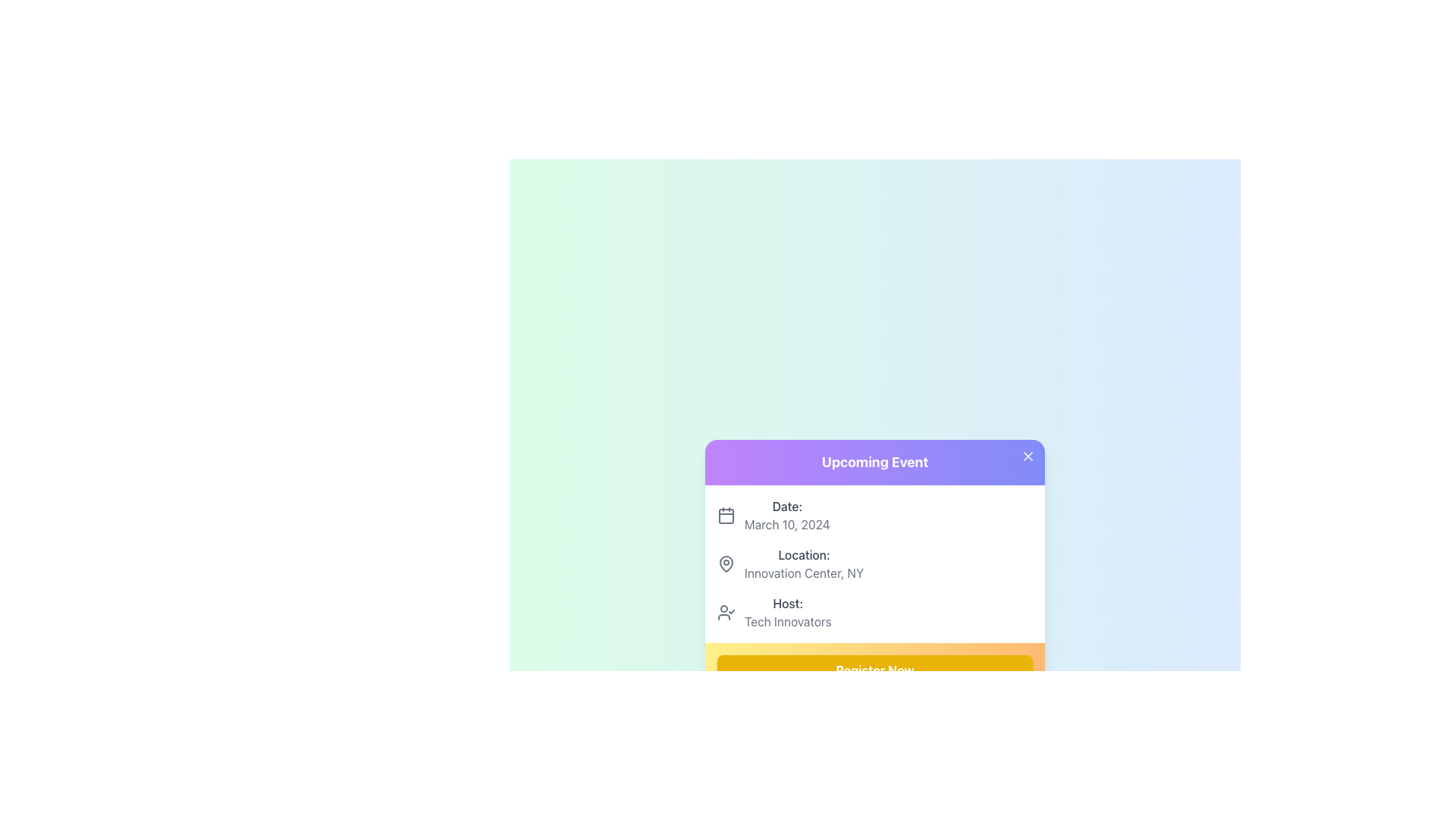 This screenshot has height=819, width=1456. Describe the element at coordinates (874, 669) in the screenshot. I see `the call-to-action button located at the bottom section of the 'Upcoming Event' card to initiate the registration process` at that location.